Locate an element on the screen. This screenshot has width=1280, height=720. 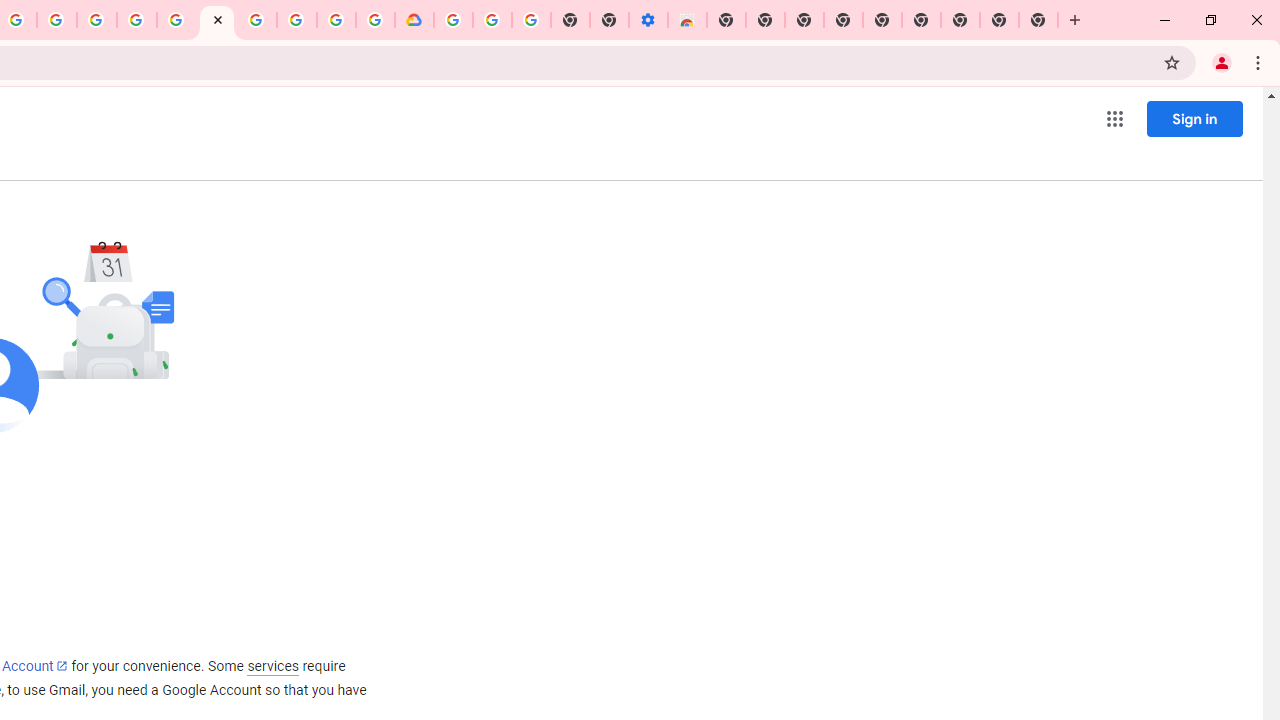
'Settings - Accessibility' is located at coordinates (648, 20).